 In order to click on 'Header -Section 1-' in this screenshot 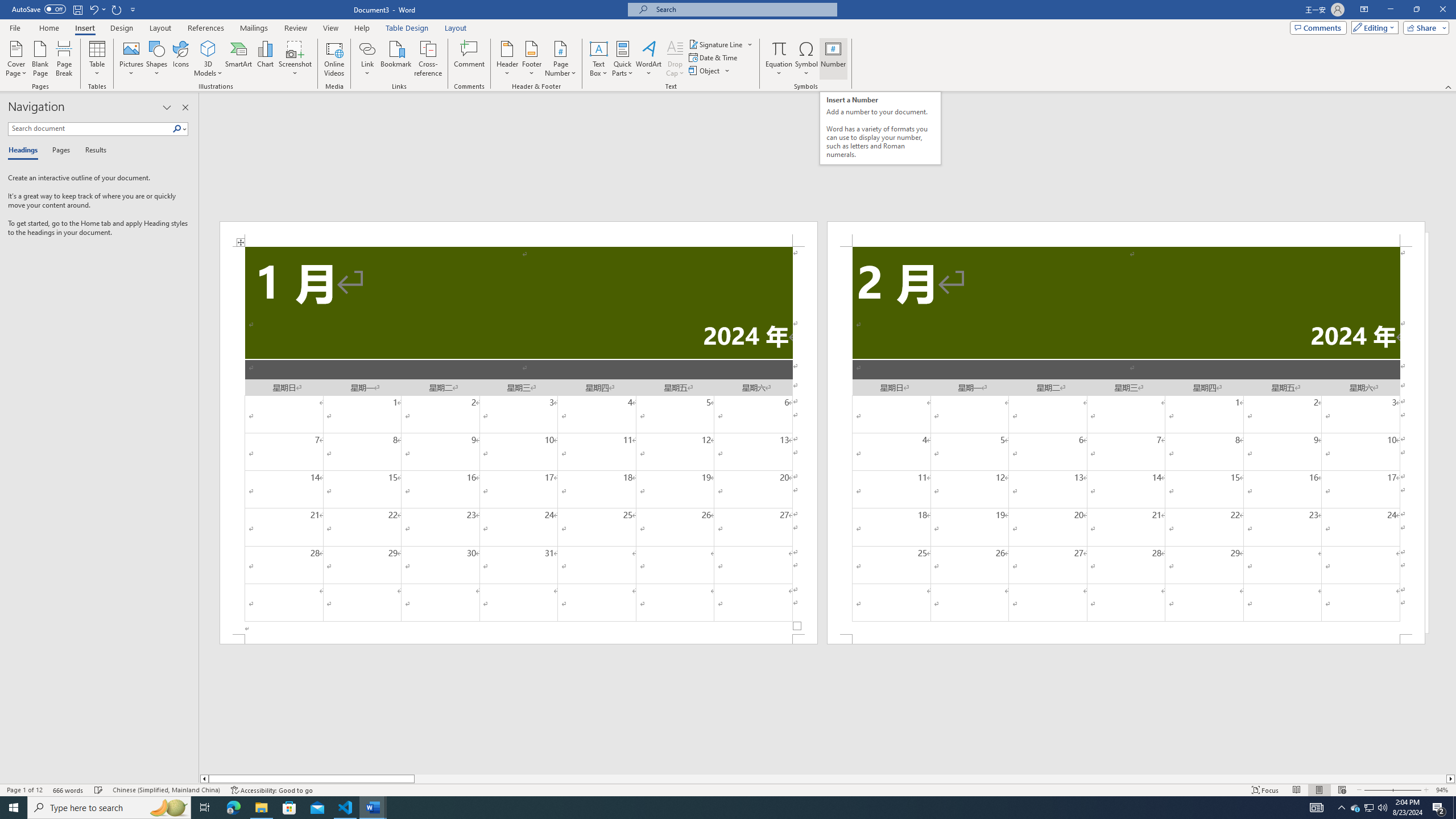, I will do `click(519, 233)`.